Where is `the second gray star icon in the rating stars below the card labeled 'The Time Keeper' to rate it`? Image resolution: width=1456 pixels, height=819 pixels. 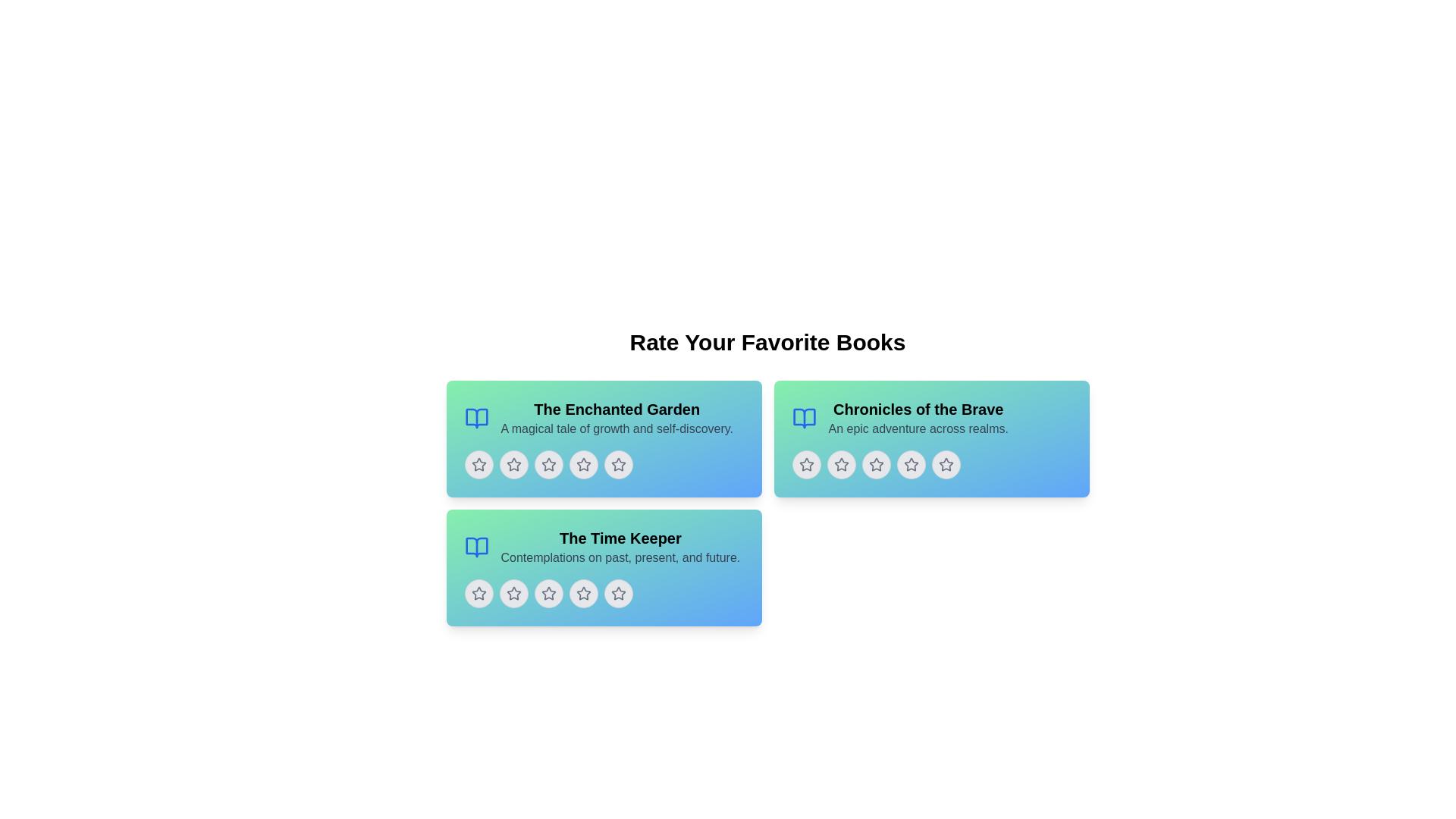 the second gray star icon in the rating stars below the card labeled 'The Time Keeper' to rate it is located at coordinates (513, 592).